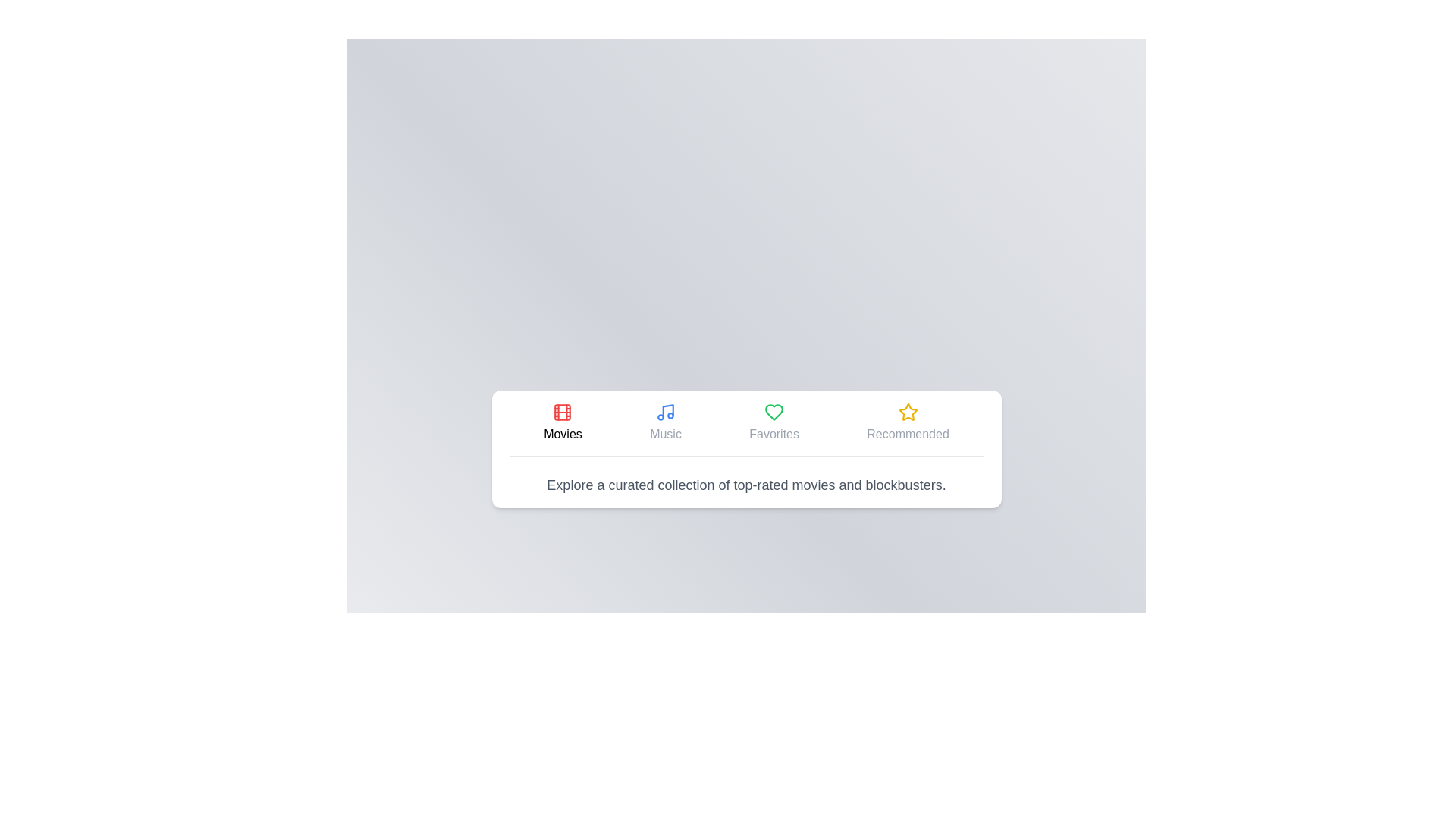  Describe the element at coordinates (666, 422) in the screenshot. I see `the Music tab to observe style changes` at that location.